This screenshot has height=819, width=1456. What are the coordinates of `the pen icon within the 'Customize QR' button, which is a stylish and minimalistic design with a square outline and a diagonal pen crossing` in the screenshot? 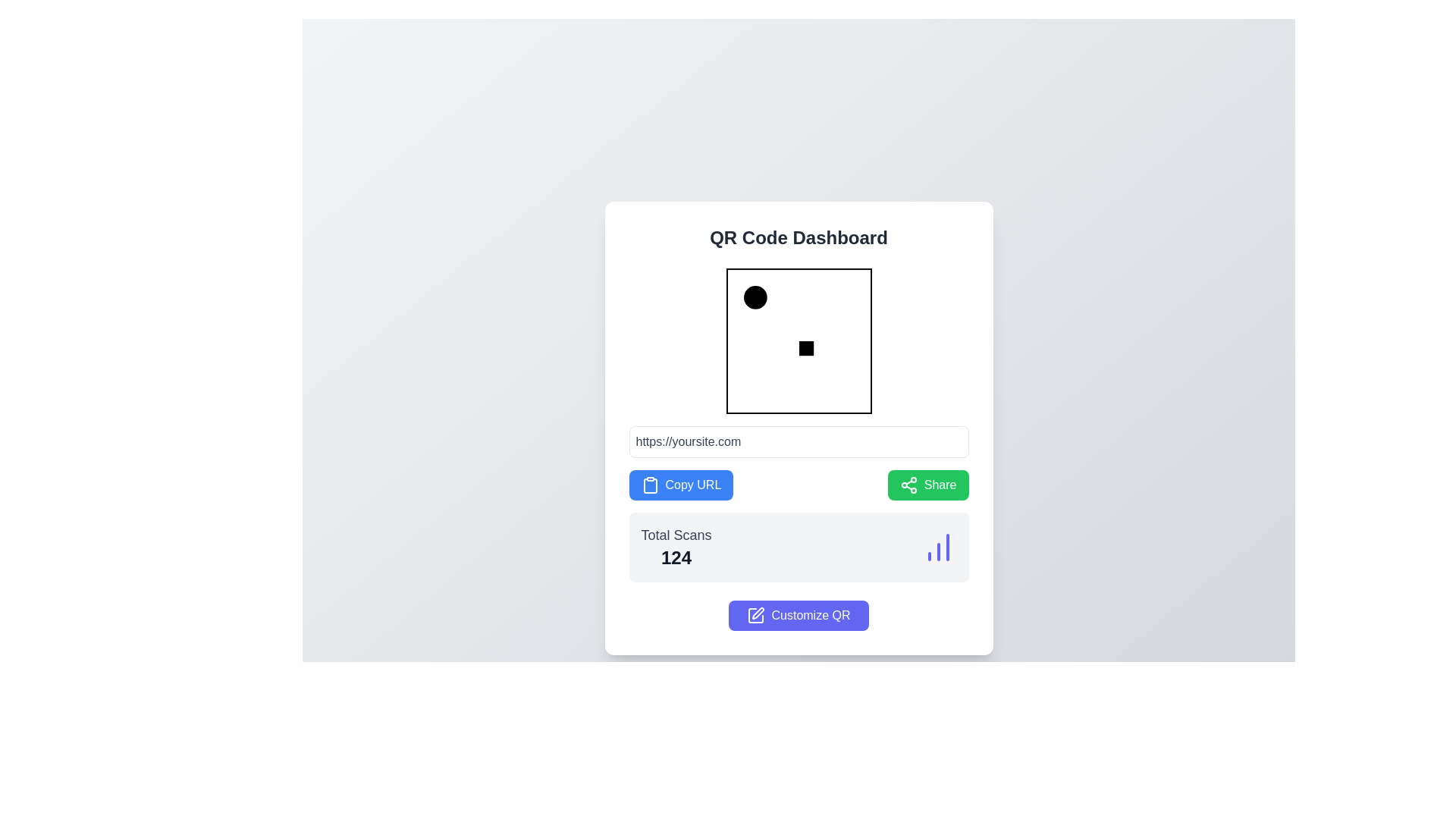 It's located at (756, 616).